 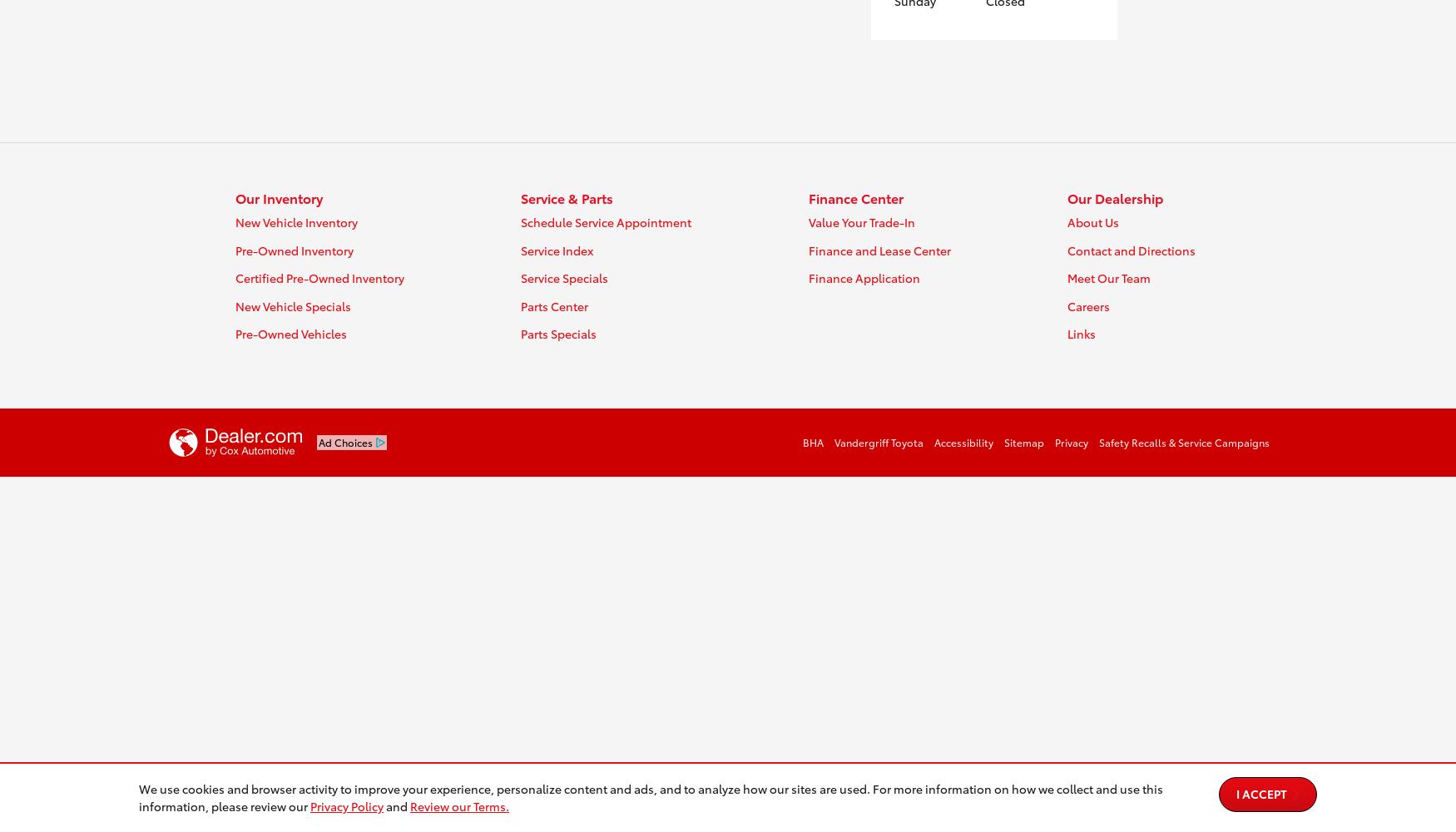 What do you see at coordinates (963, 441) in the screenshot?
I see `'Accessibility'` at bounding box center [963, 441].